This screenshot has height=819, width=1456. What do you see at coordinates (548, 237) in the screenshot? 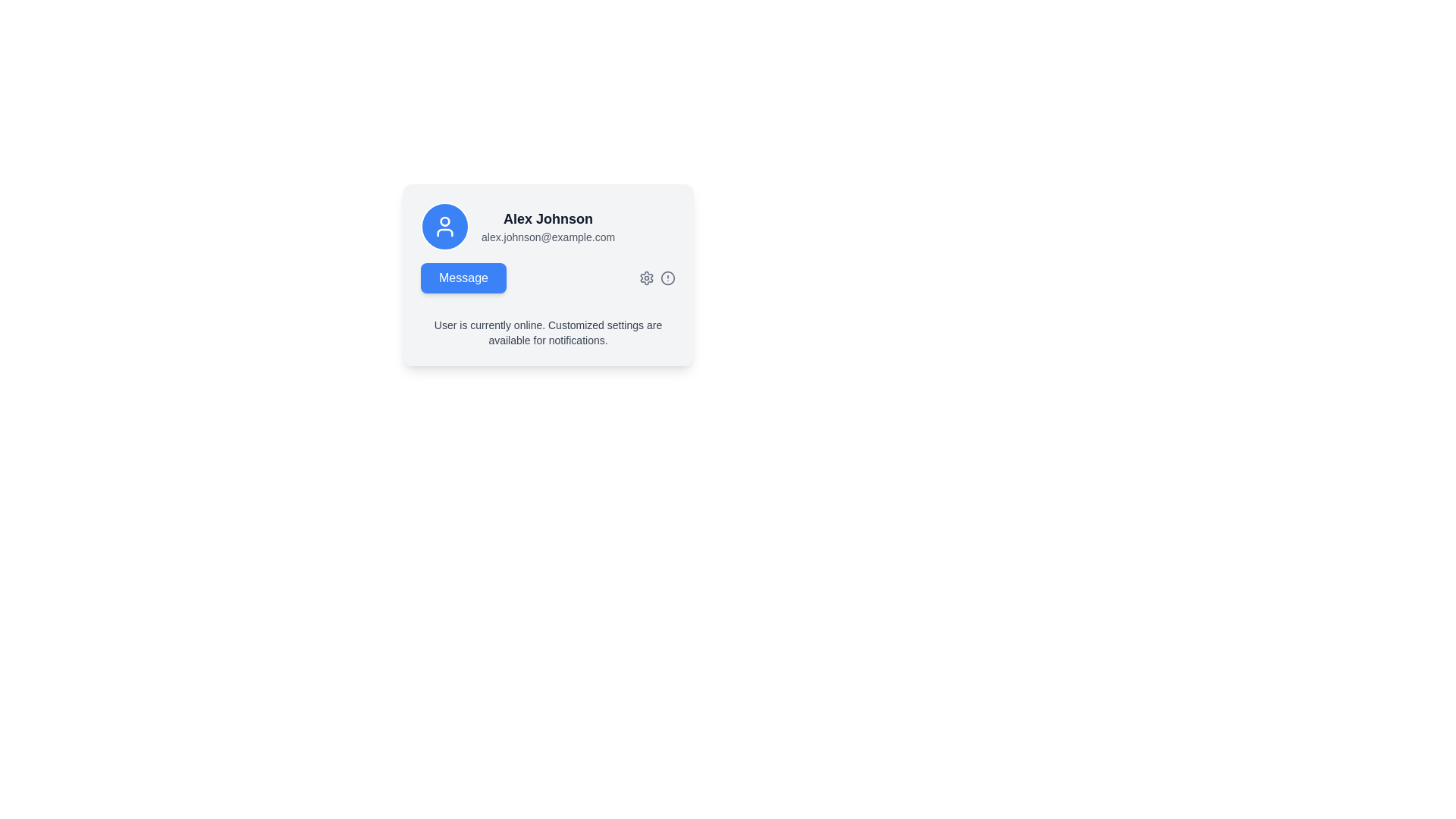
I see `the static text element displaying the email address 'alex.johnson@example.com', which is styled in small grey text and located beneath 'Alex Johnson' within the user profile card interface` at bounding box center [548, 237].